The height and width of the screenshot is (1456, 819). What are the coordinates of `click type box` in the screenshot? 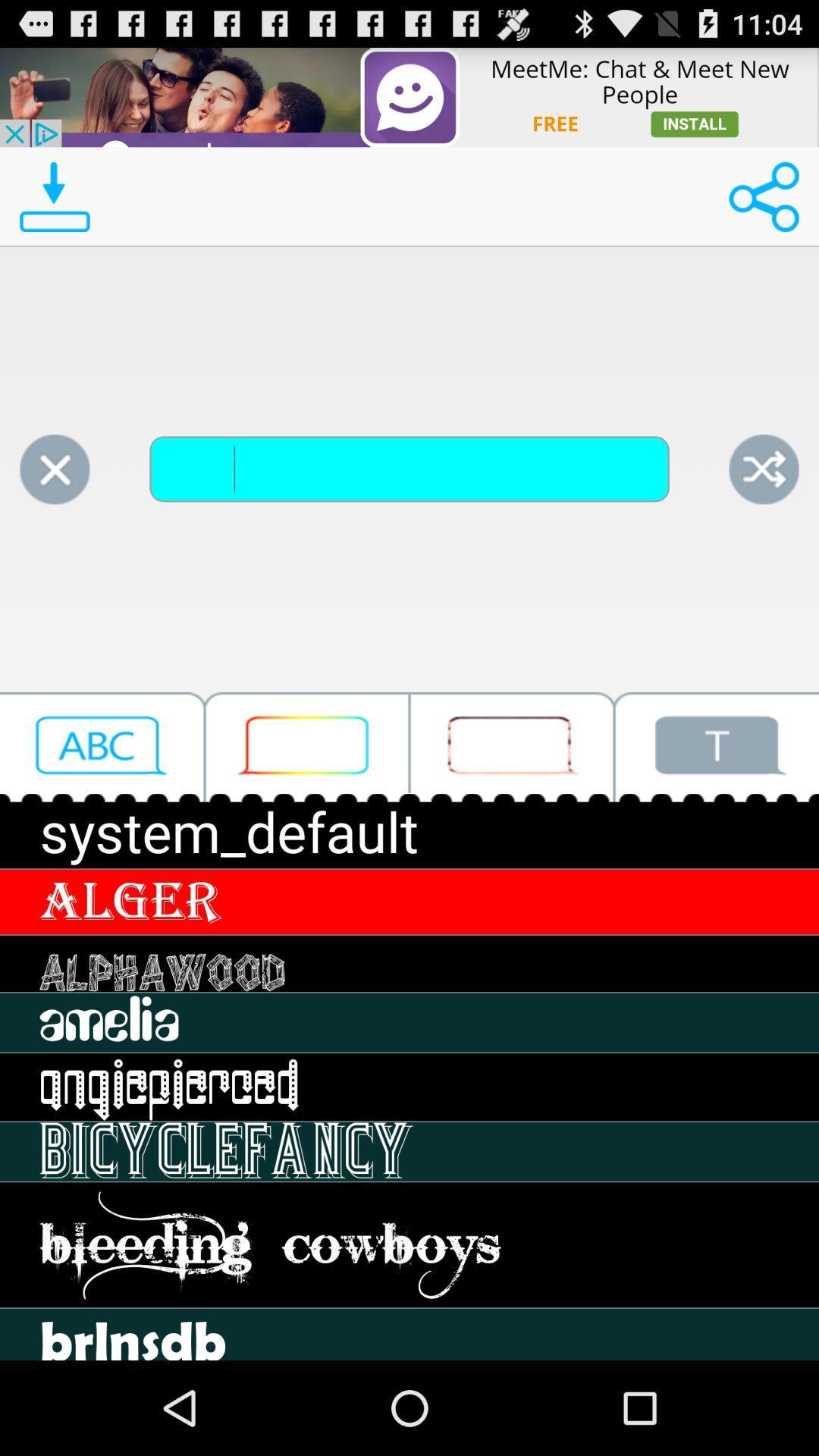 It's located at (307, 747).